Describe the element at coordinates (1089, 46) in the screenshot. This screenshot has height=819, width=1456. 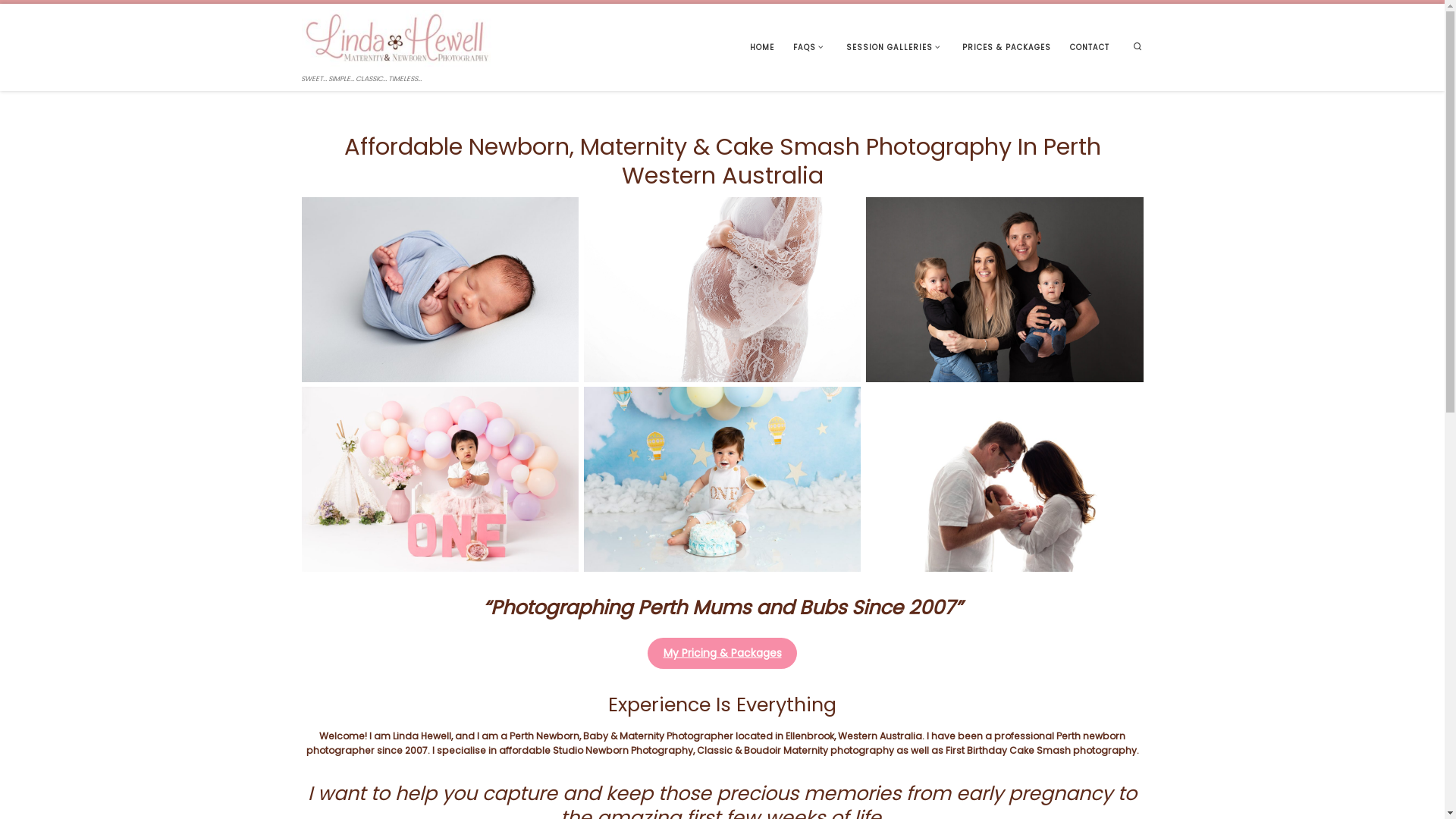
I see `'CONTACT'` at that location.